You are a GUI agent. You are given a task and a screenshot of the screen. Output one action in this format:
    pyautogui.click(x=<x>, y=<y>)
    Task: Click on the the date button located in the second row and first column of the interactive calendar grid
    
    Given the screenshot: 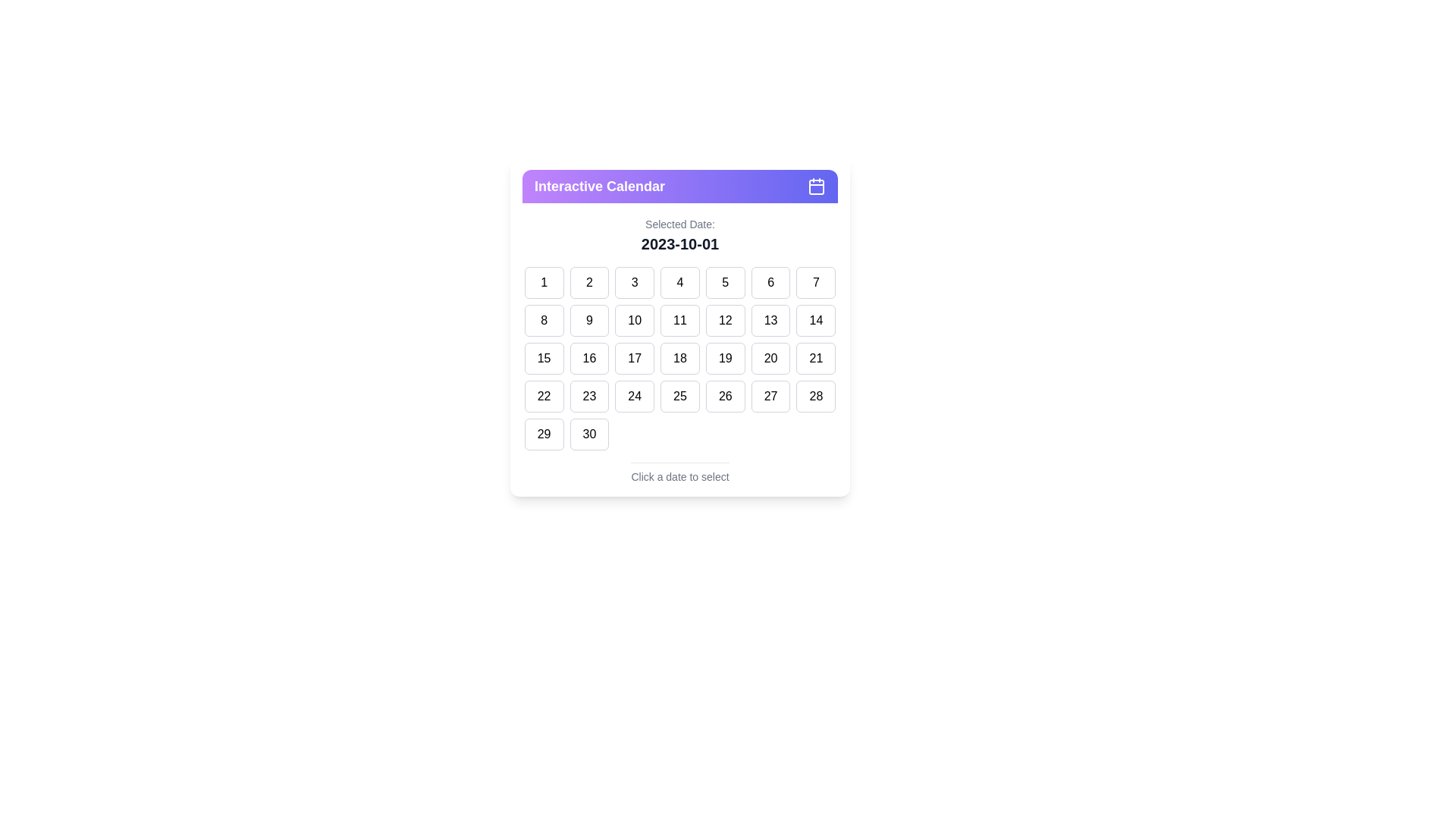 What is the action you would take?
    pyautogui.click(x=544, y=320)
    